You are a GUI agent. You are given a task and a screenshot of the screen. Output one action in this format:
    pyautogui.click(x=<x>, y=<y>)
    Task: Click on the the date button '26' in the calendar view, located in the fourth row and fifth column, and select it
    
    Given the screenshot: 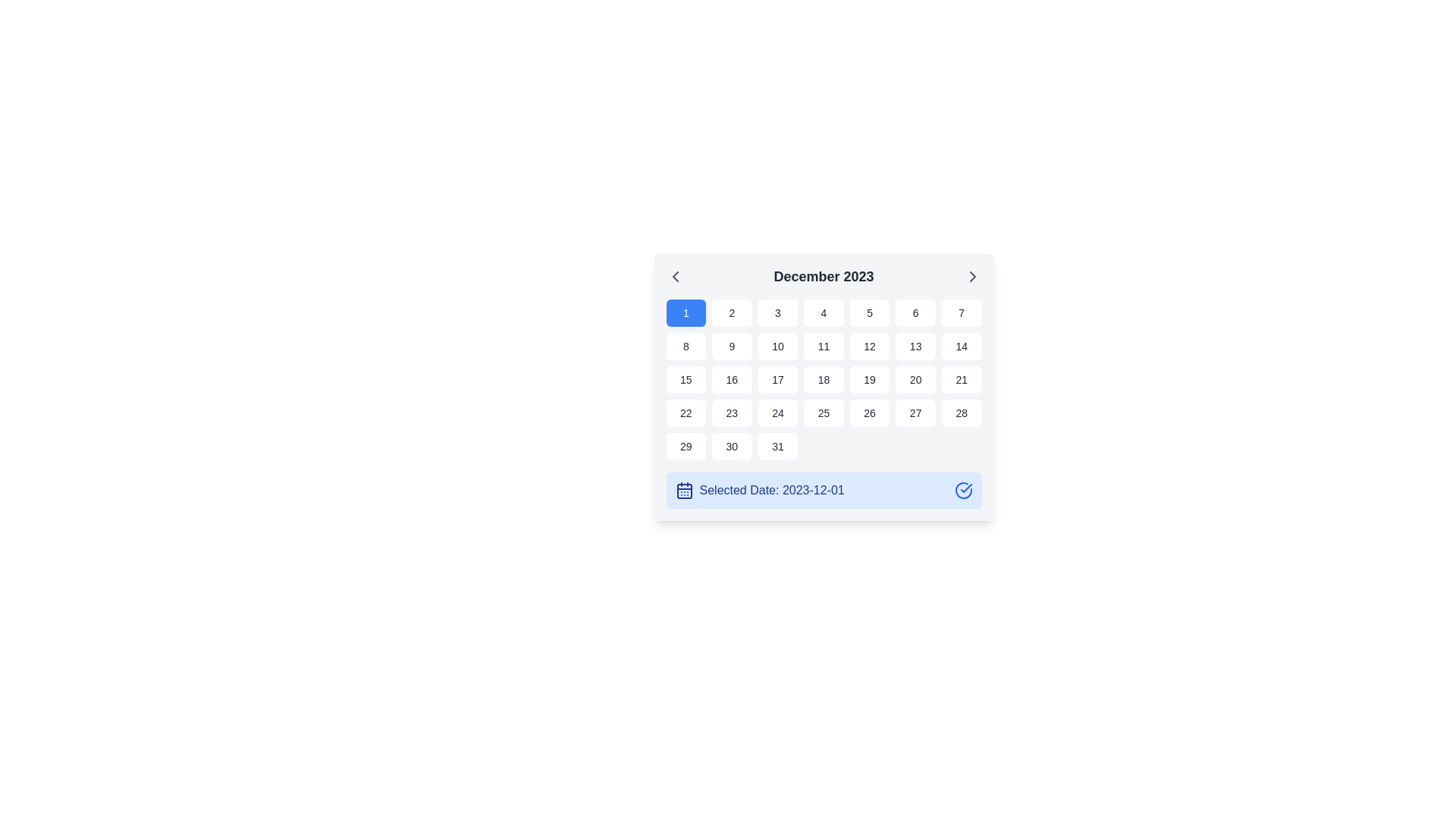 What is the action you would take?
    pyautogui.click(x=870, y=413)
    